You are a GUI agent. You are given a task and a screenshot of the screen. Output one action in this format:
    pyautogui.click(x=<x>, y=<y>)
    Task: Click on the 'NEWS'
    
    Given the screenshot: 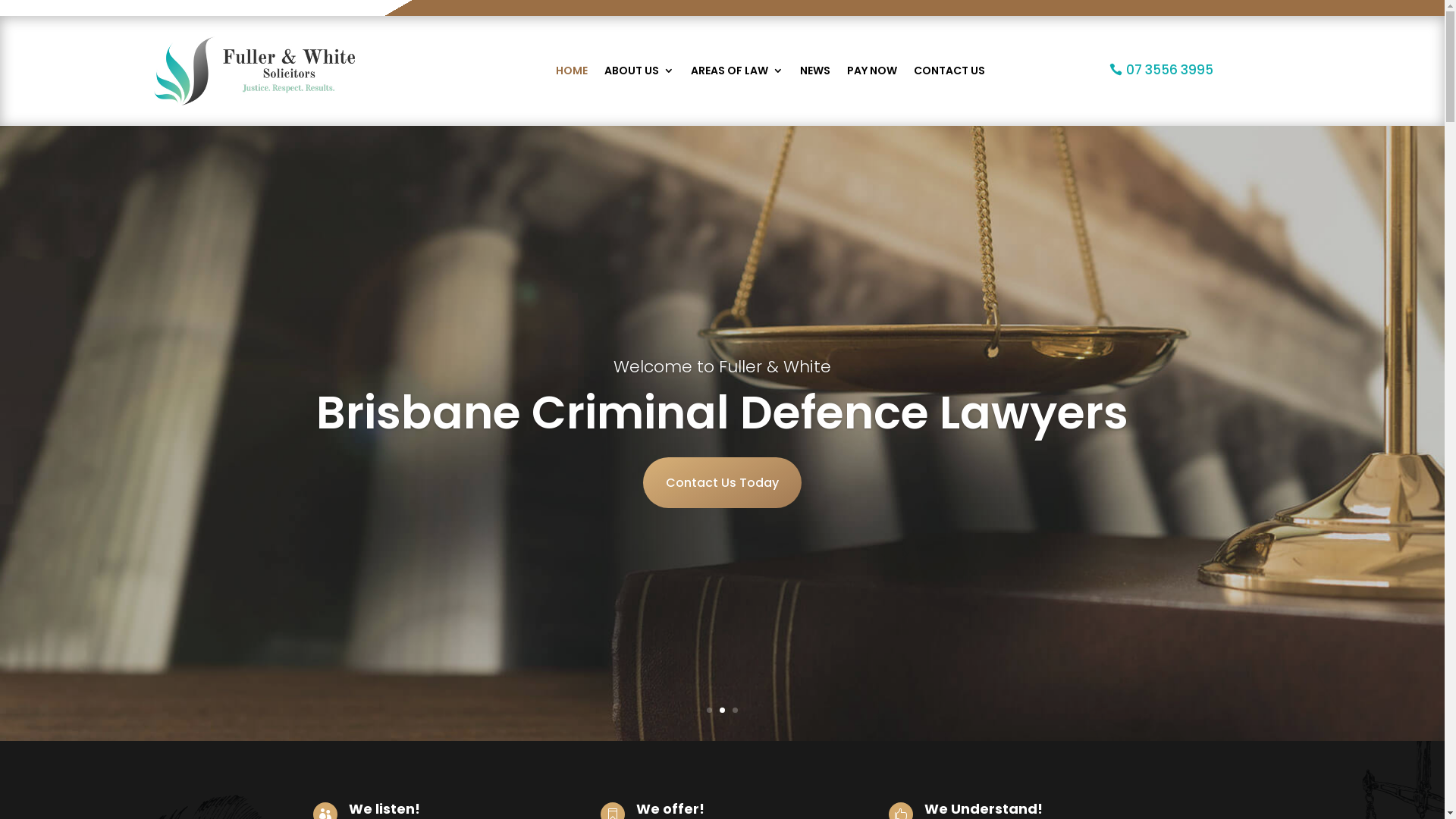 What is the action you would take?
    pyautogui.click(x=814, y=71)
    